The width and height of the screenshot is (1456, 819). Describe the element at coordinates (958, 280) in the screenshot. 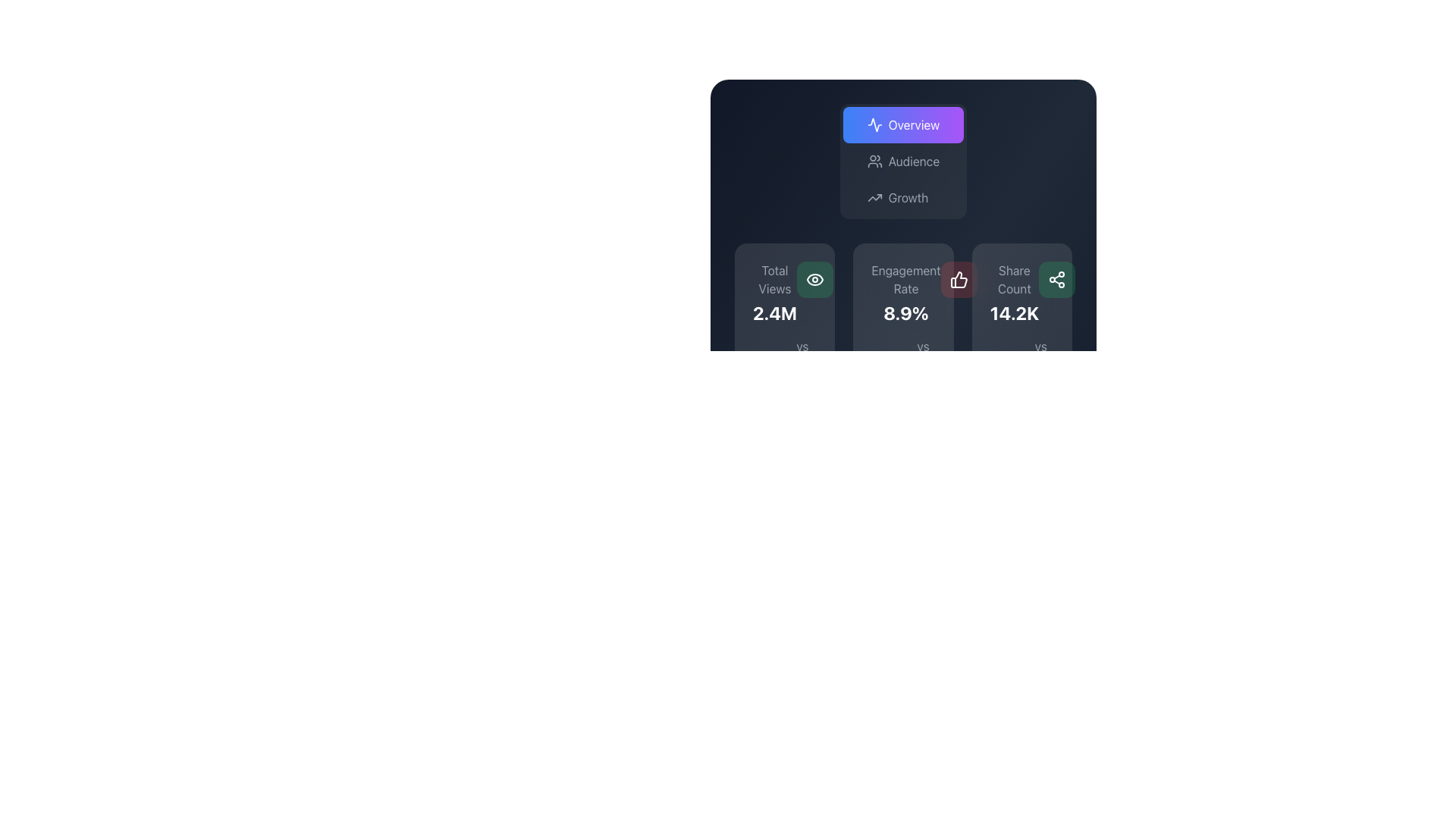

I see `the decorative icon associated with the 'Engagement Rate 8.9%' section, which is positioned towards the right side of the numeric text '8.9%'` at that location.